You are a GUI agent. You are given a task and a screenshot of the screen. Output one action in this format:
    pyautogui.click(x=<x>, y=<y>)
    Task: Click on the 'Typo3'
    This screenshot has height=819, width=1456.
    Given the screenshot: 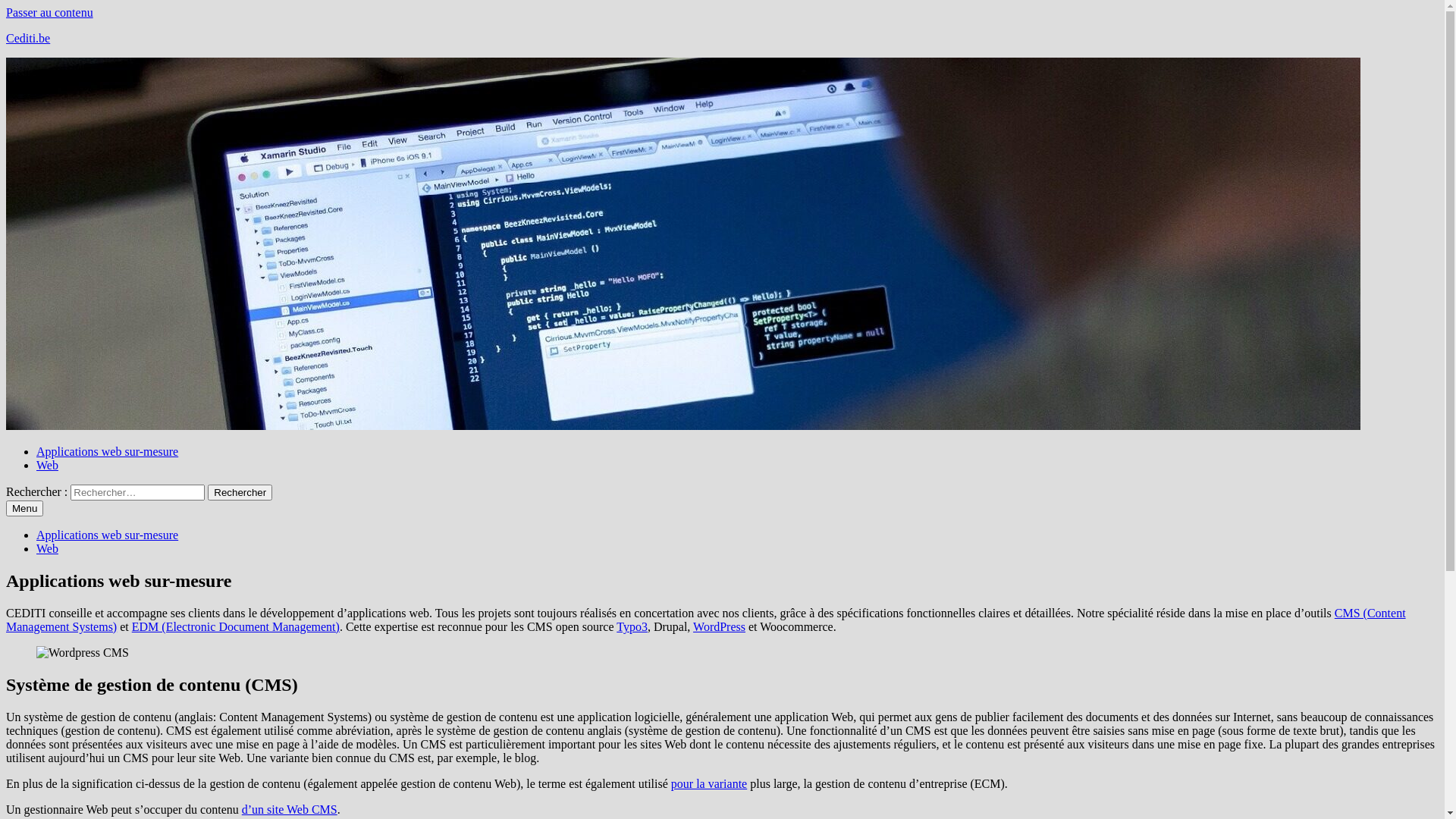 What is the action you would take?
    pyautogui.click(x=632, y=626)
    